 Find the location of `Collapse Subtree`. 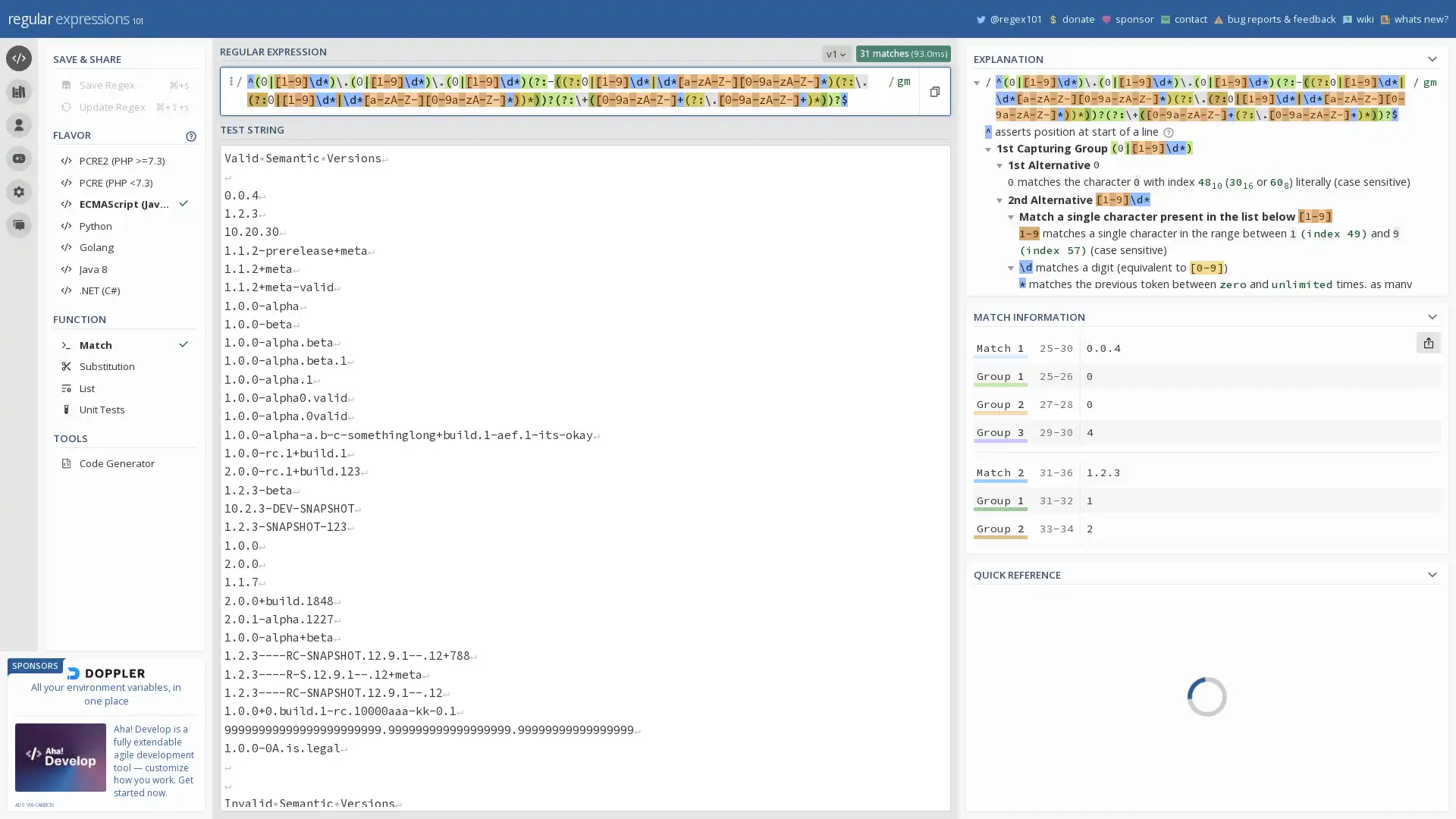

Collapse Subtree is located at coordinates (990, 695).